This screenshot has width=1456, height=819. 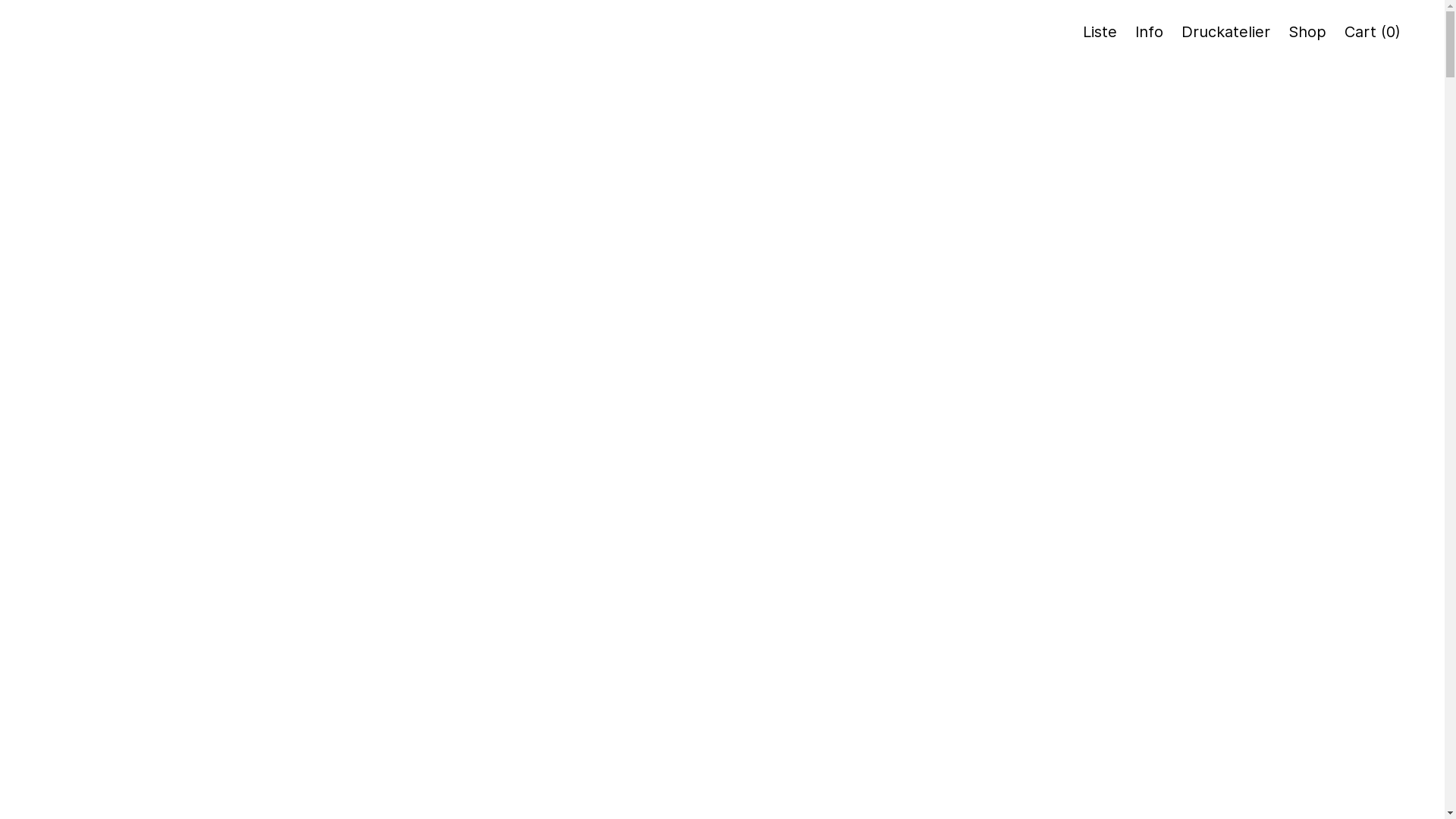 I want to click on 'Druckatelier', so click(x=1225, y=32).